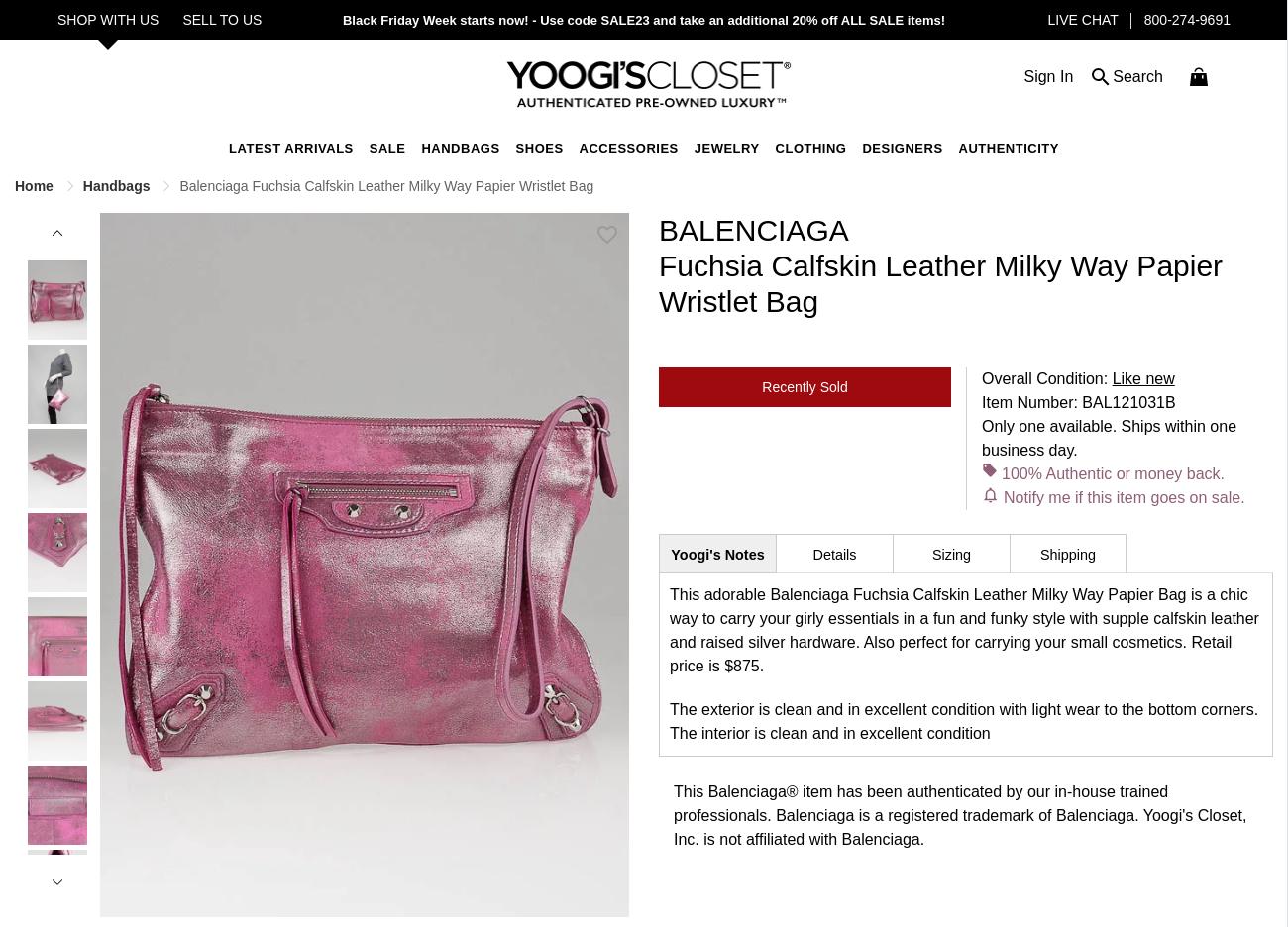 This screenshot has width=1288, height=927. I want to click on '800-274-9691', so click(1143, 19).